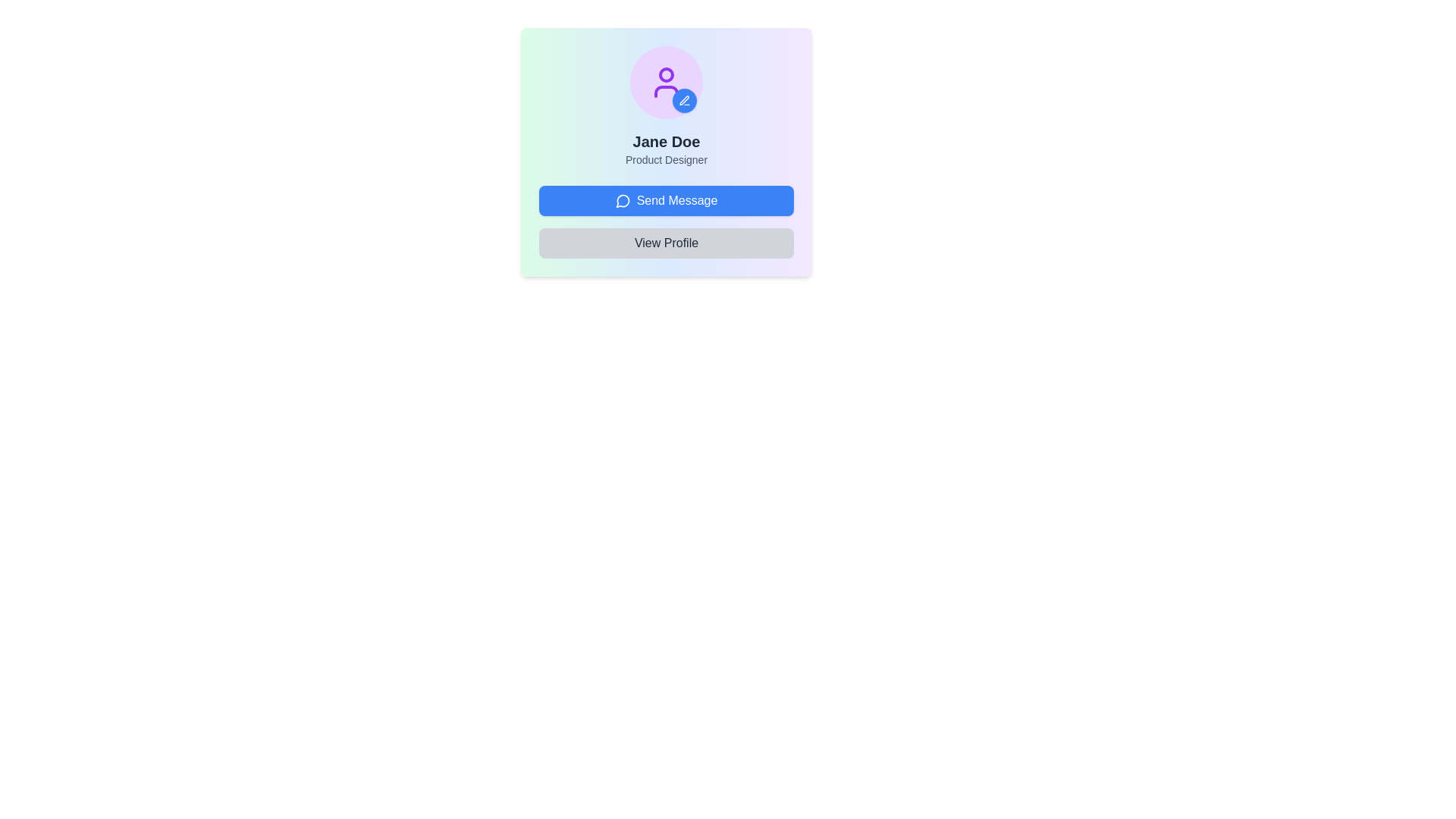 The image size is (1456, 819). Describe the element at coordinates (666, 141) in the screenshot. I see `the user's name label located centrally within the profile card component, positioned below the avatar image and user icon` at that location.